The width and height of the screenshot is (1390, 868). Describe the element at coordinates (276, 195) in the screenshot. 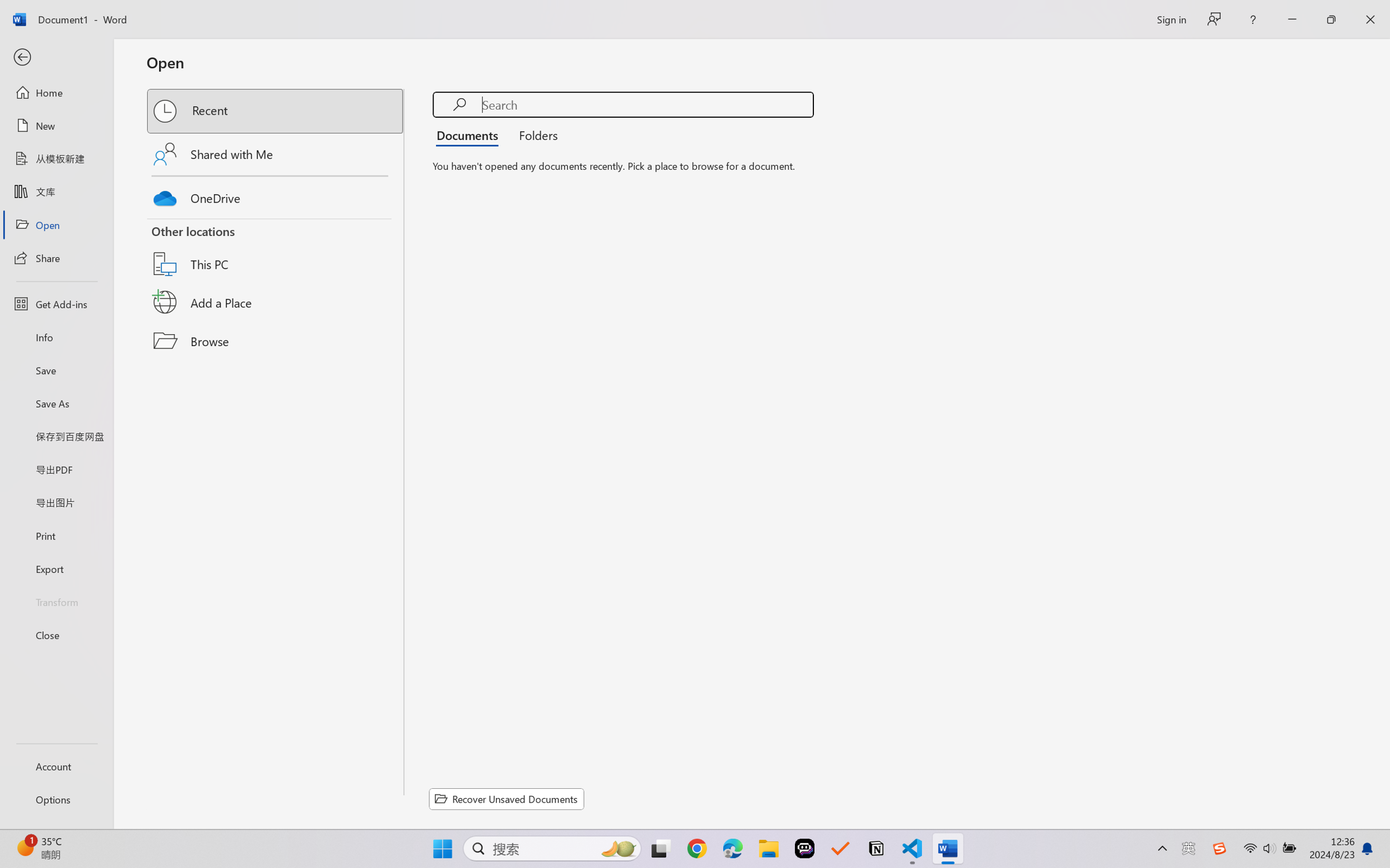

I see `'OneDrive'` at that location.